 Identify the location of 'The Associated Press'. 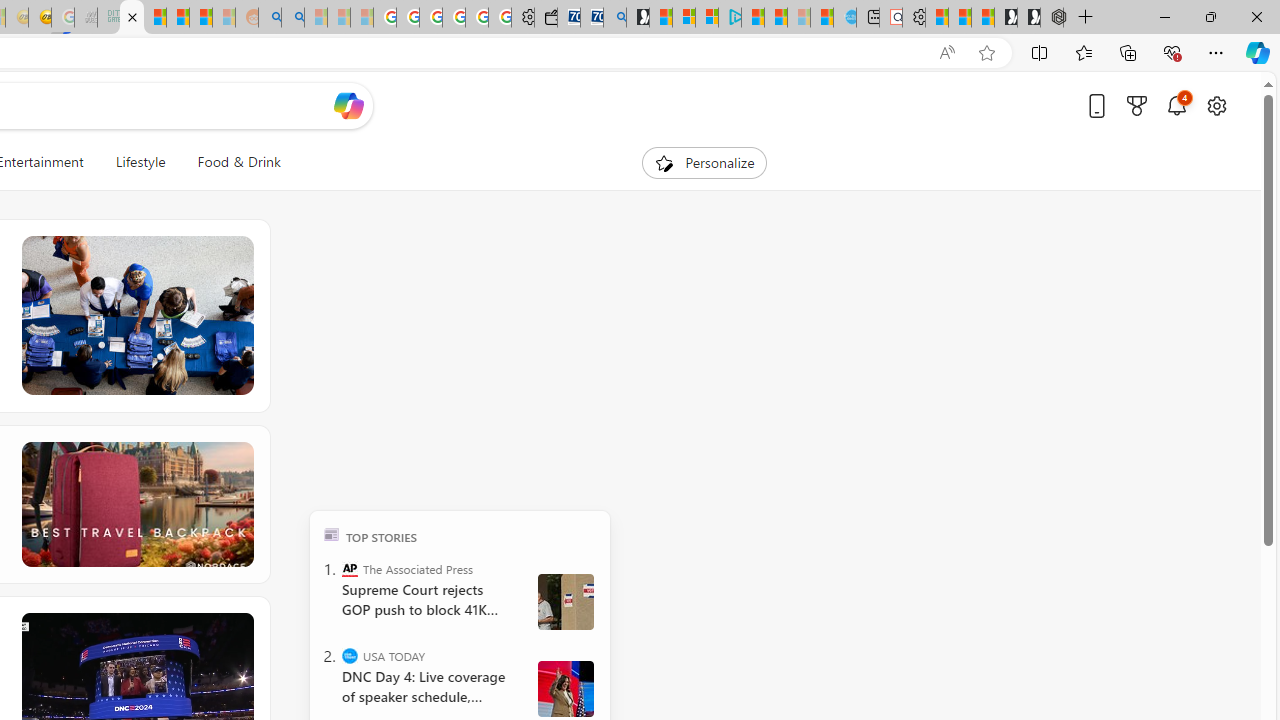
(350, 568).